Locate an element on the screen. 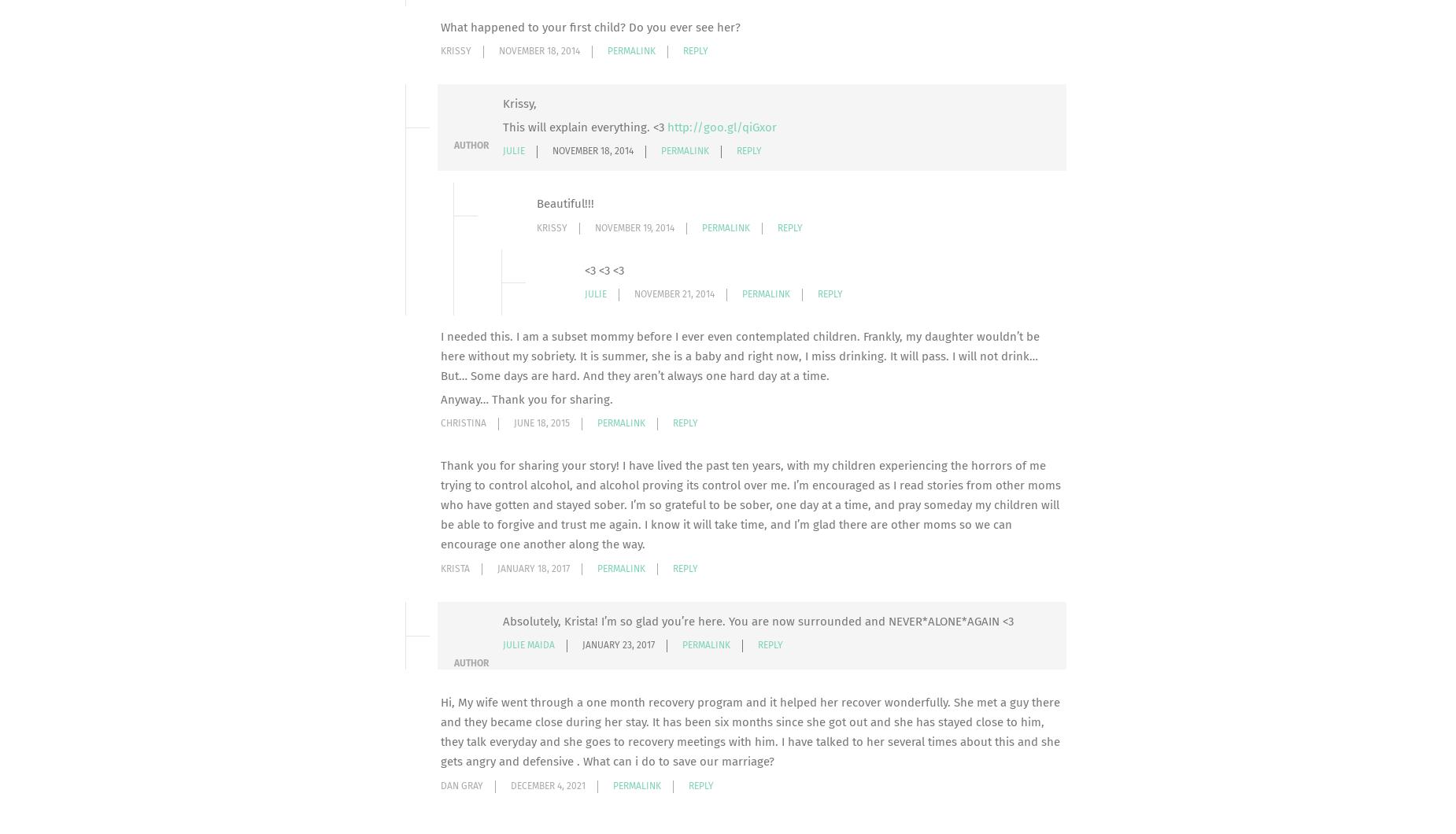 The image size is (1456, 834). 'I needed this. I am a subset mommy before I ever even contemplated children. Frankly, my daughter wouldn’t be here without my sobriety. It is summer, she is a baby and right now, I miss drinking. It will pass. I will not drink… But… Some days are hard. And they aren’t always one hard day at a time.' is located at coordinates (739, 356).